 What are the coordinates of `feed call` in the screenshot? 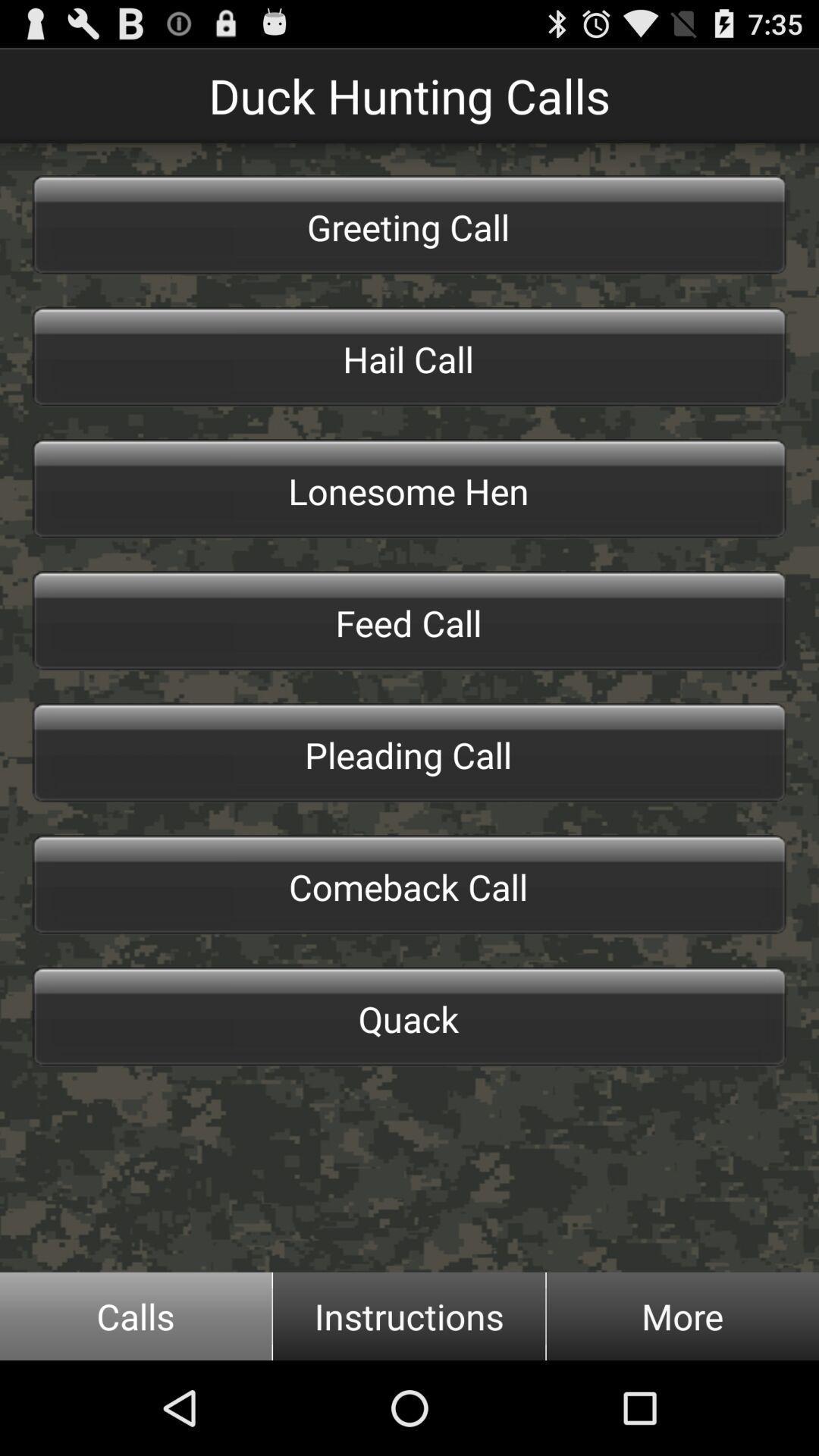 It's located at (409, 621).